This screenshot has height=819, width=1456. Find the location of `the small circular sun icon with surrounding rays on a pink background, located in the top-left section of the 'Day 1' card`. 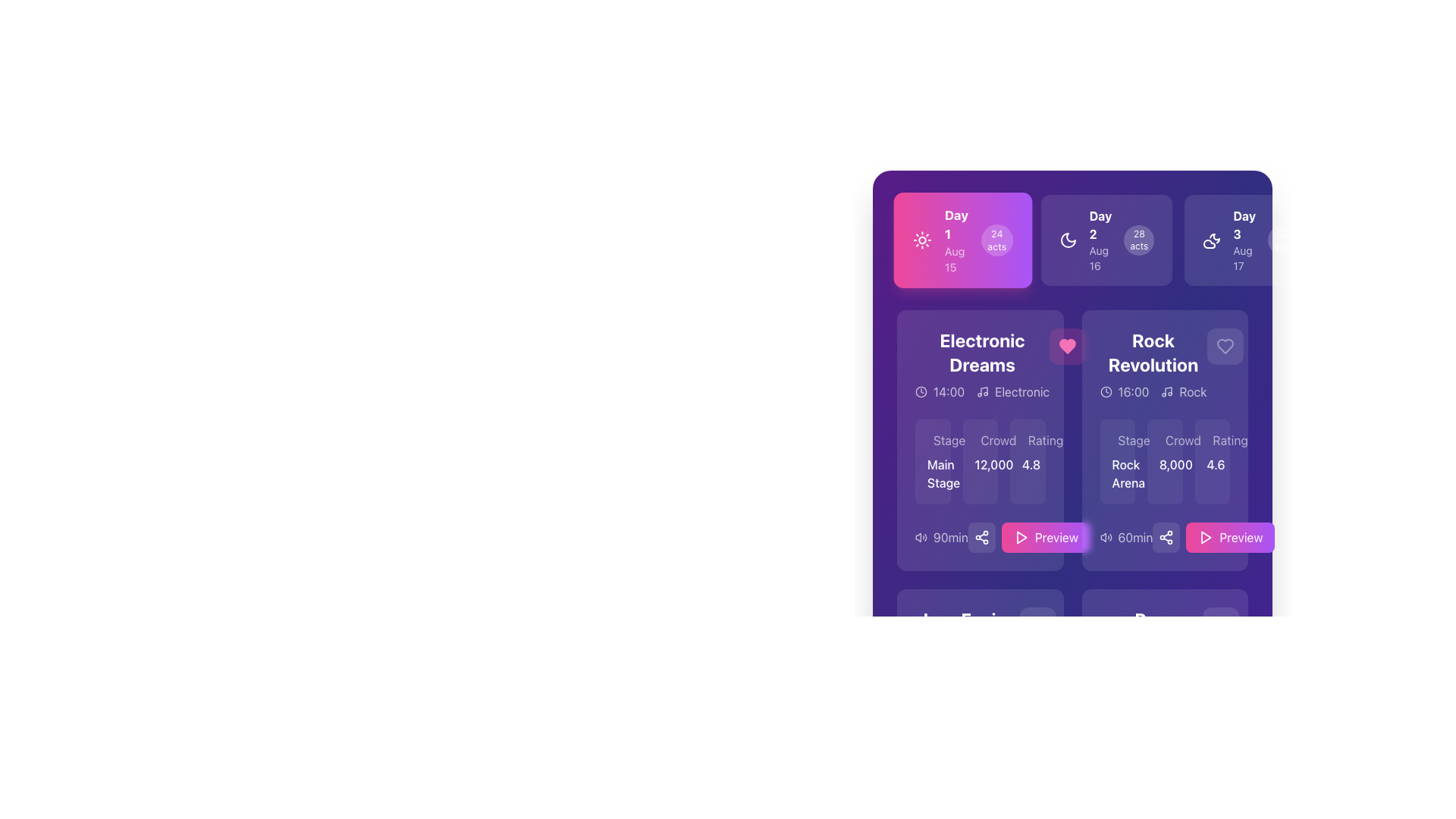

the small circular sun icon with surrounding rays on a pink background, located in the top-left section of the 'Day 1' card is located at coordinates (921, 239).